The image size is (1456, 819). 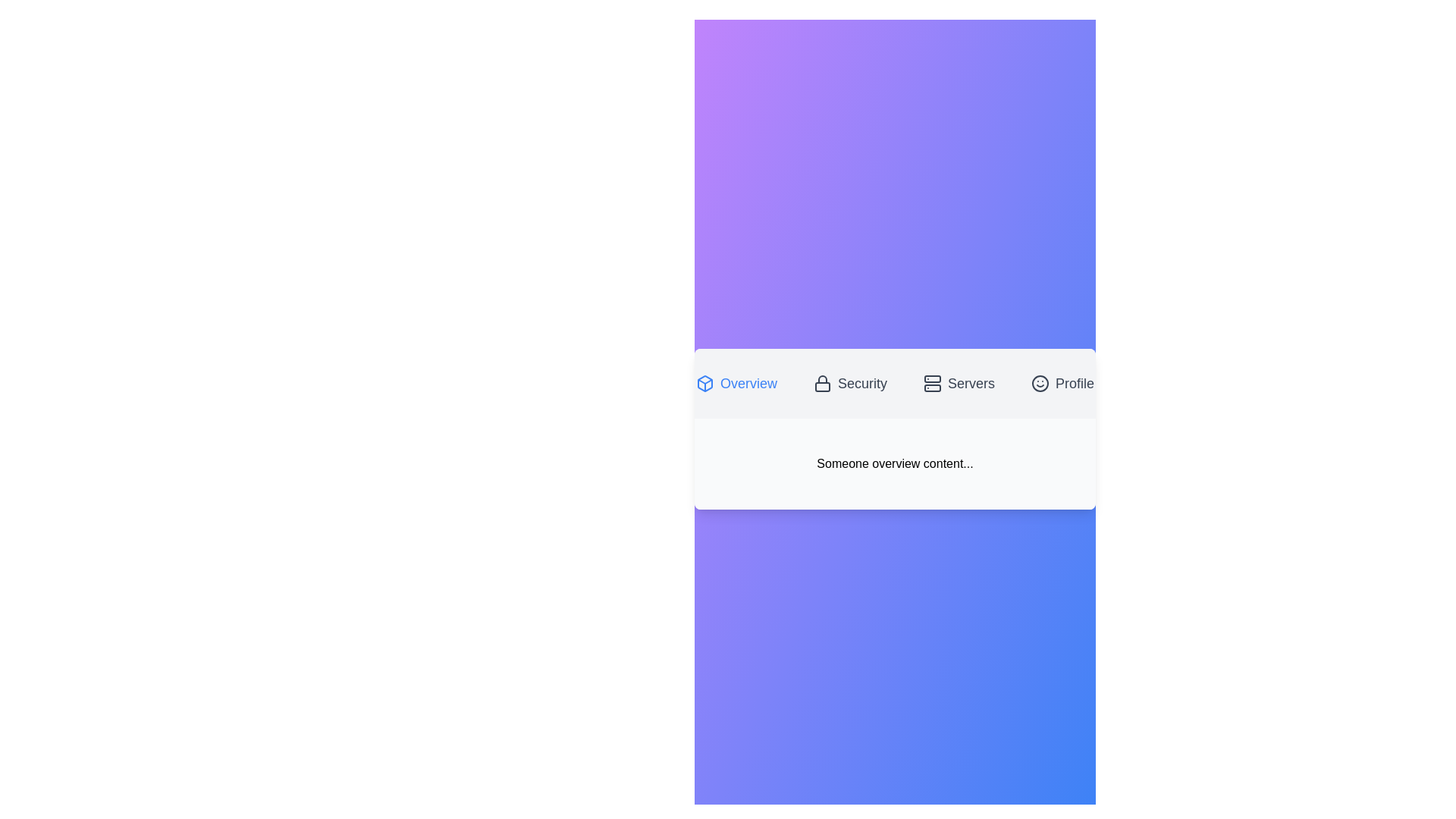 What do you see at coordinates (931, 382) in the screenshot?
I see `the icon resembling two server racks` at bounding box center [931, 382].